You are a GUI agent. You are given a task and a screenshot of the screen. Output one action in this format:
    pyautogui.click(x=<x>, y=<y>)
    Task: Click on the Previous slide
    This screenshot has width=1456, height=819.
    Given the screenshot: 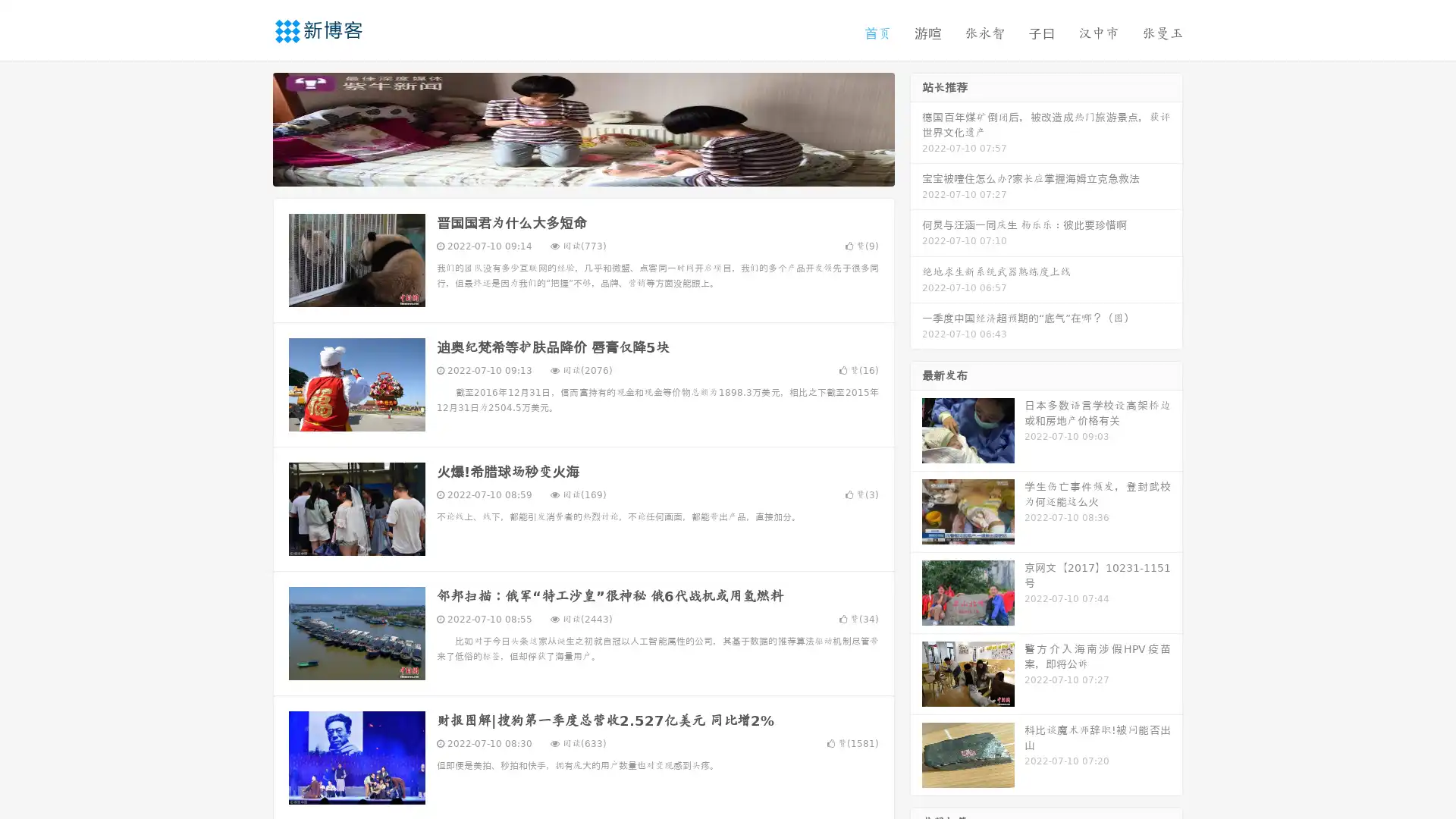 What is the action you would take?
    pyautogui.click(x=250, y=127)
    